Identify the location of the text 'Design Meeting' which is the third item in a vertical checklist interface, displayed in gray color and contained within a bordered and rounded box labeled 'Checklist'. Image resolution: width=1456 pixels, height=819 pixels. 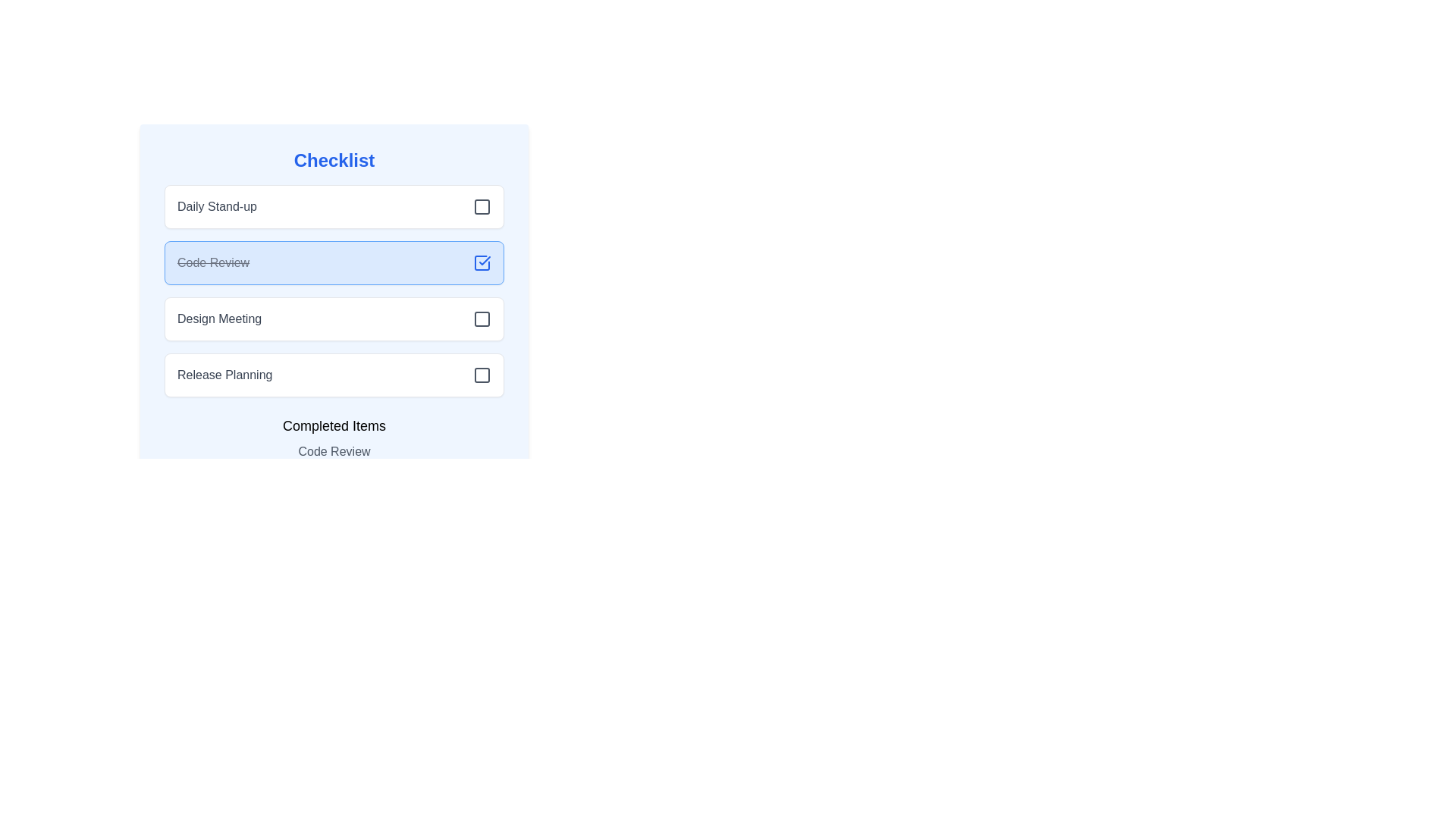
(218, 318).